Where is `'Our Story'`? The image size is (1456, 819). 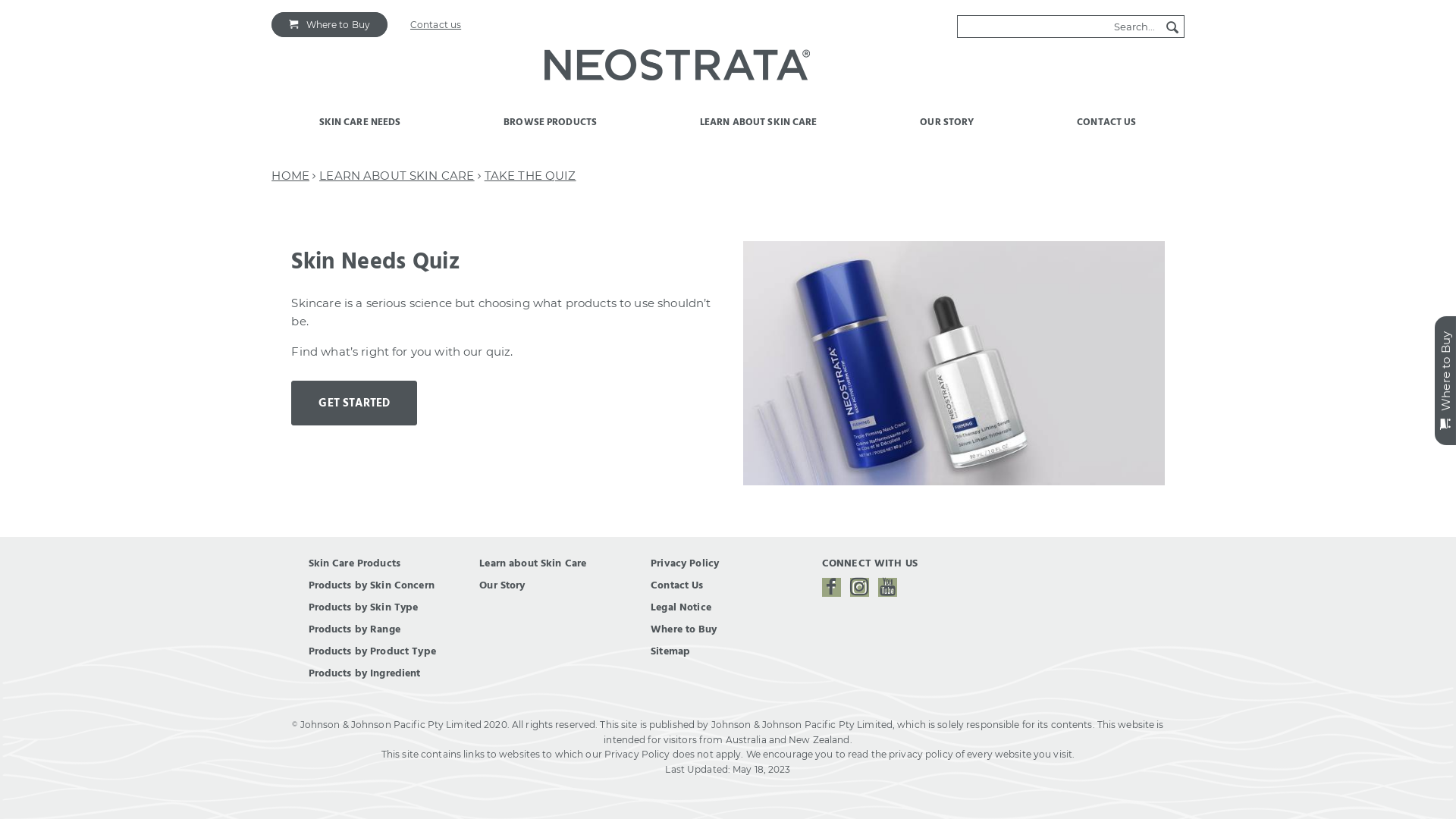
'Our Story' is located at coordinates (502, 584).